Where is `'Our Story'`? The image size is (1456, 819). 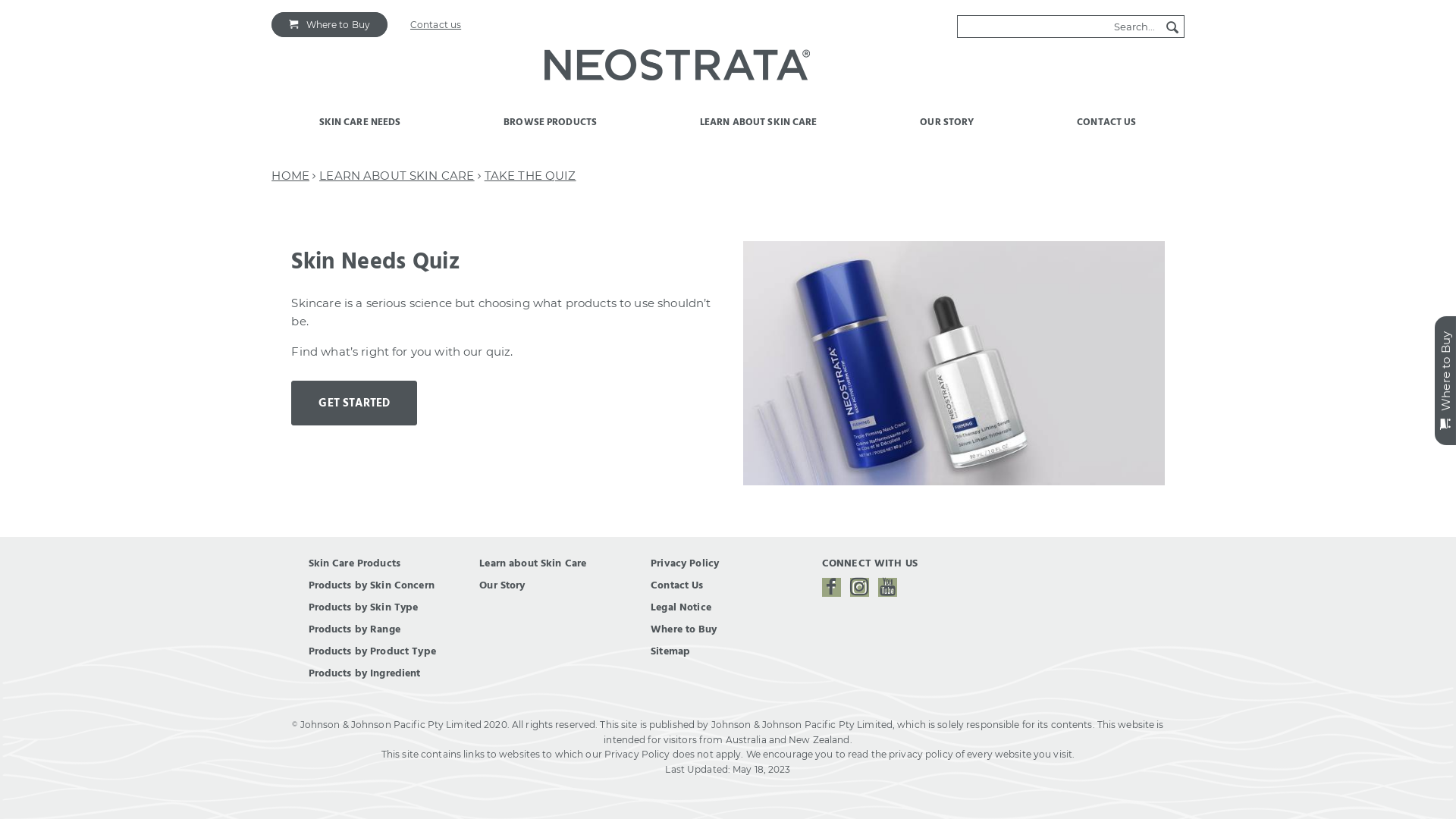
'Our Story' is located at coordinates (502, 584).